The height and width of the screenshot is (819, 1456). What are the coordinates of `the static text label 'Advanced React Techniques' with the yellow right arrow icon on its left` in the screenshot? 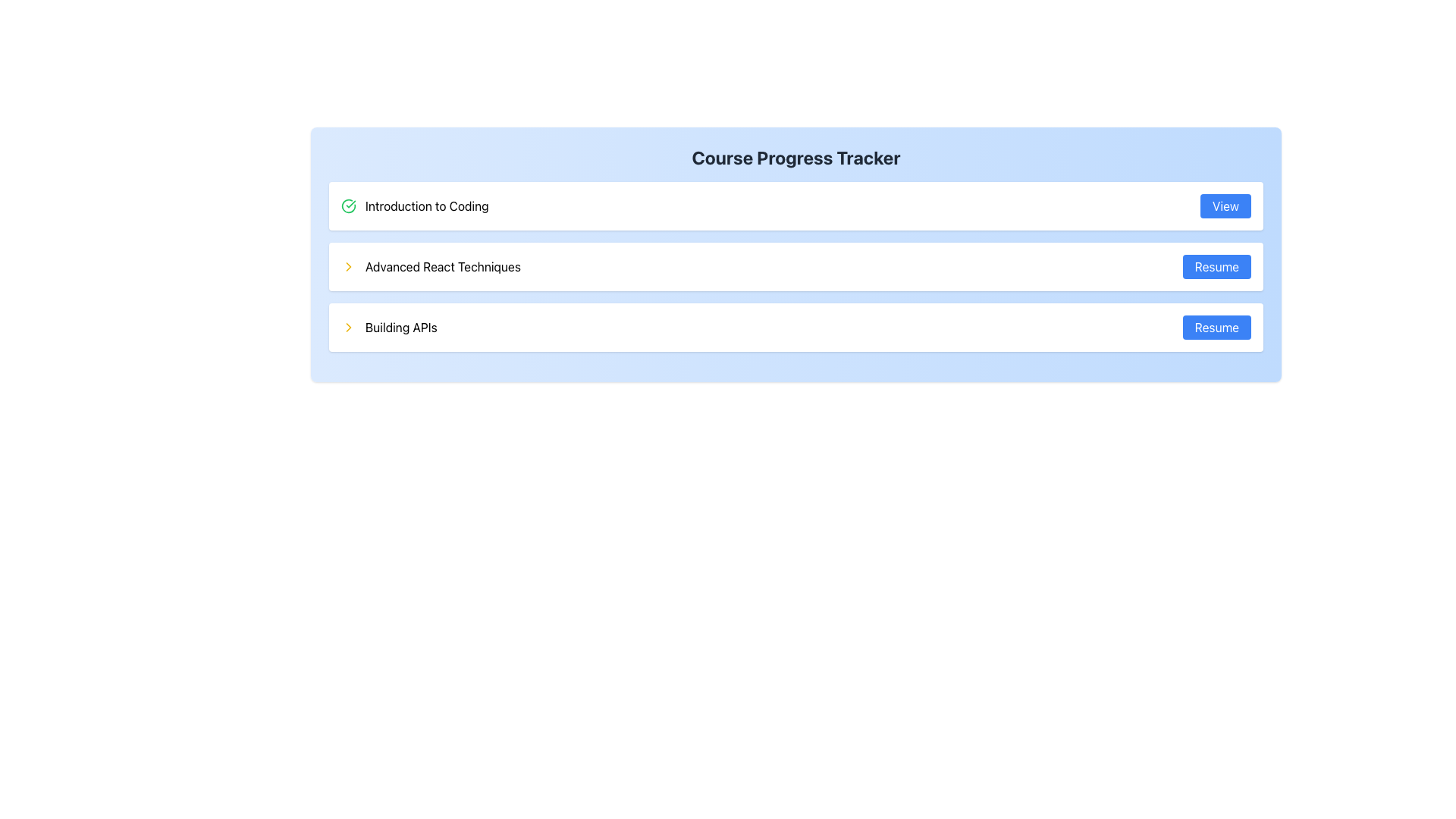 It's located at (430, 265).